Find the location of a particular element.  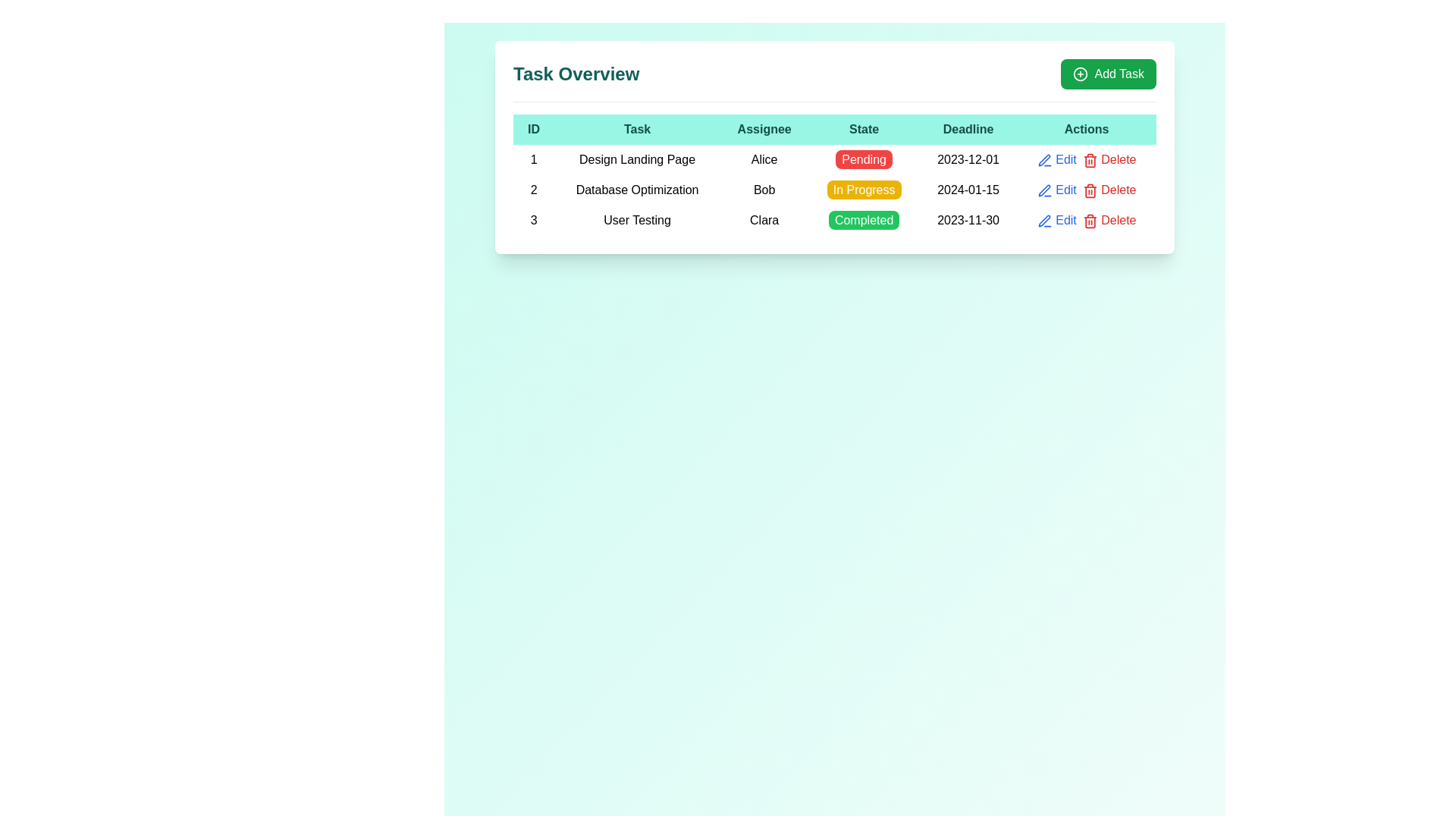

the 'Task' text label, which is the second header in a row of headers at the top of a data table, styled with a teal background and dark text is located at coordinates (637, 128).